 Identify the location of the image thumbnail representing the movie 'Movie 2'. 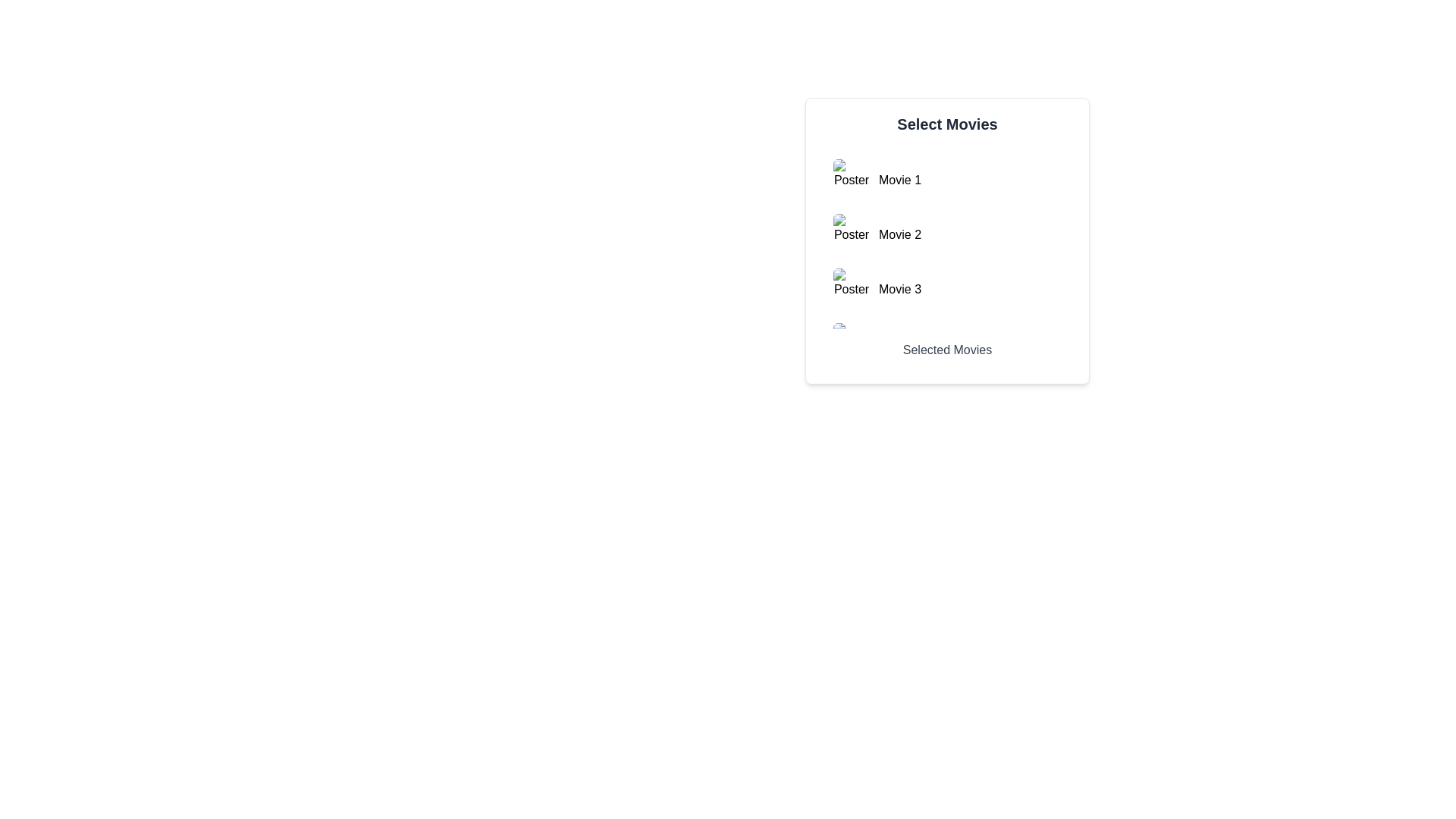
(852, 234).